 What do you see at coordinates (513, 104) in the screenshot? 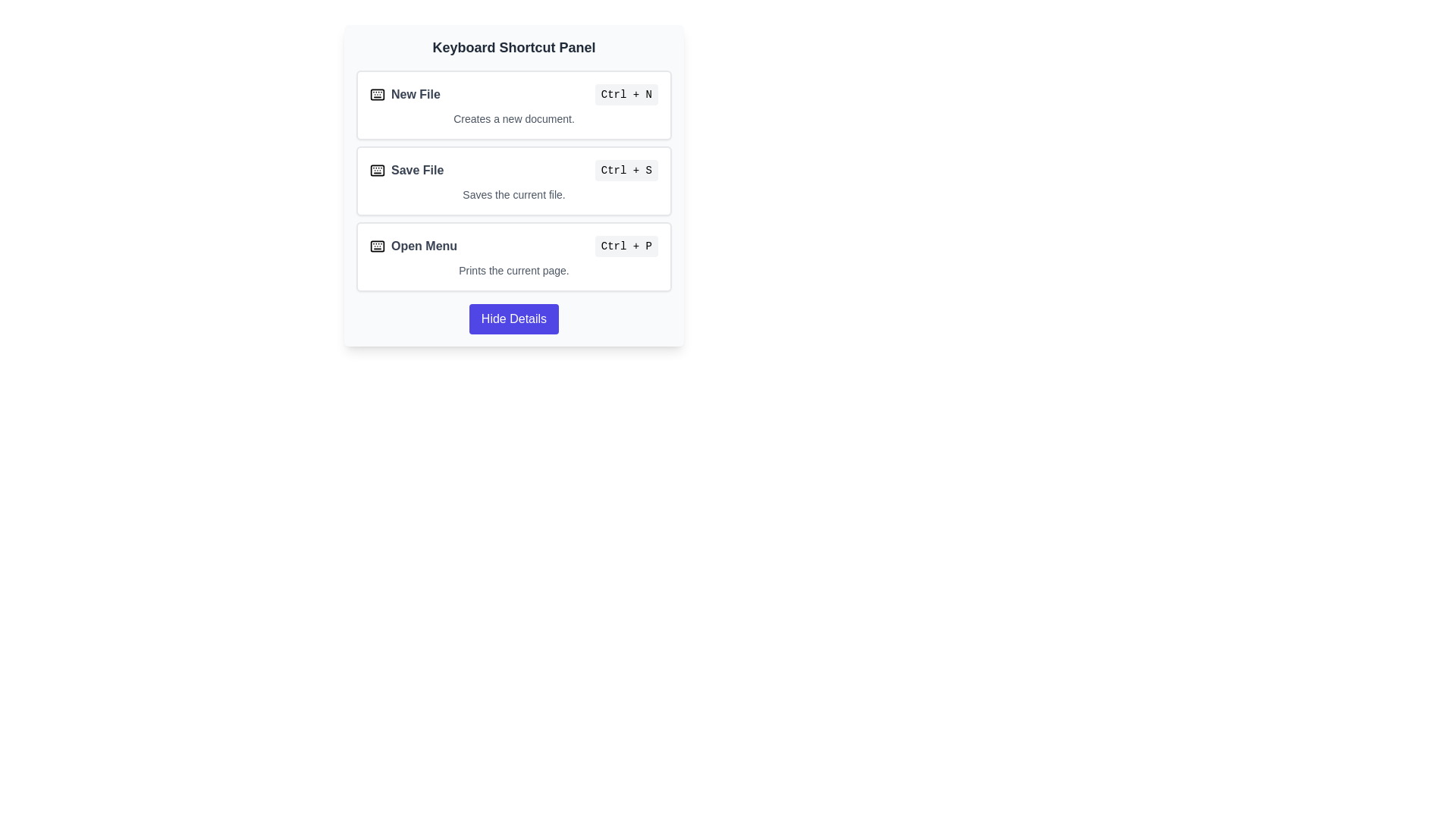
I see `the informational card that describes the 'Ctrl + N' shortcut for creating a new document, located at the top of the vertical list` at bounding box center [513, 104].